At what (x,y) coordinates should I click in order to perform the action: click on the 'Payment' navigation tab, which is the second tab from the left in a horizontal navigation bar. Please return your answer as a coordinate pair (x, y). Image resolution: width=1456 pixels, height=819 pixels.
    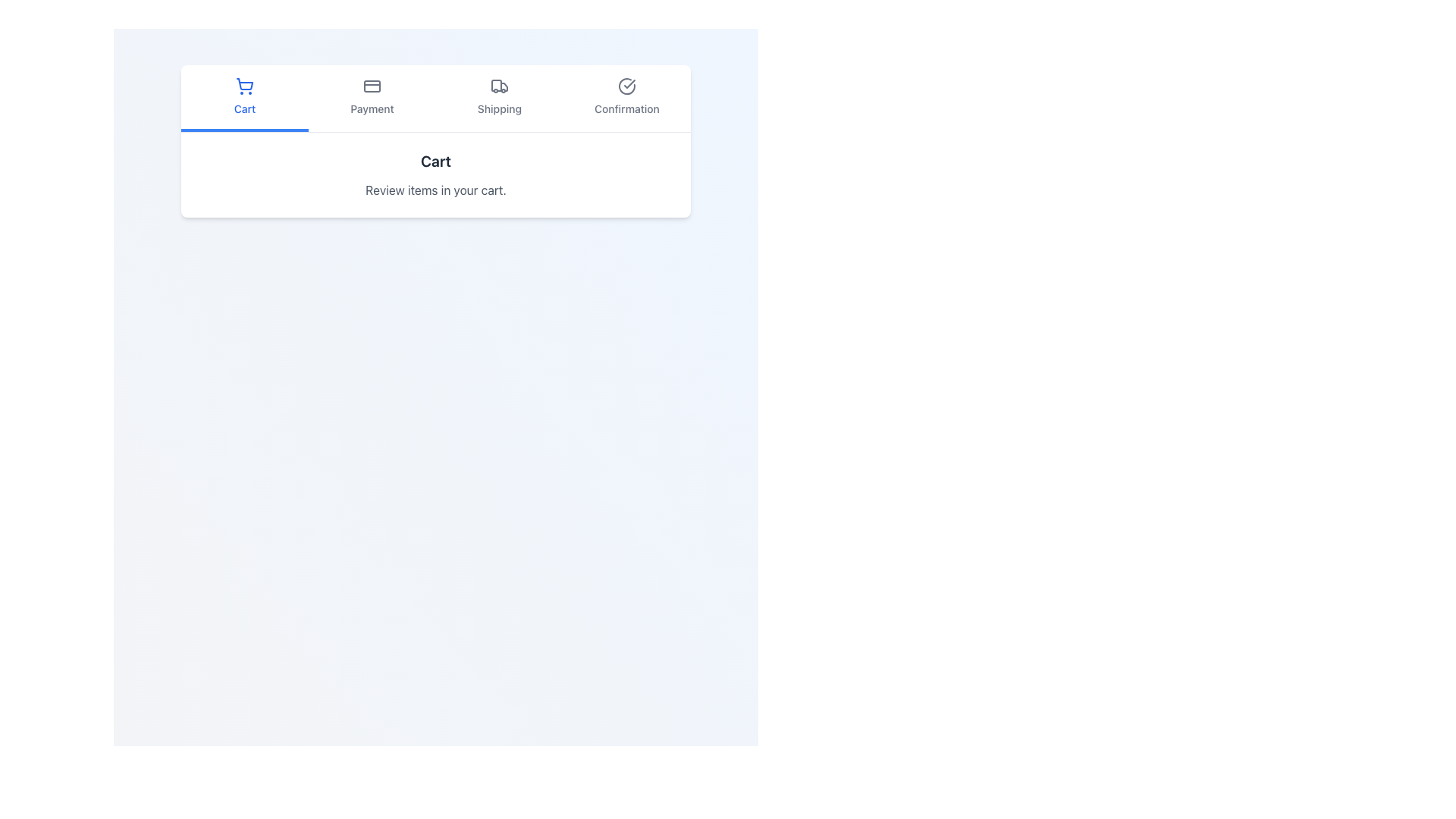
    Looking at the image, I should click on (372, 99).